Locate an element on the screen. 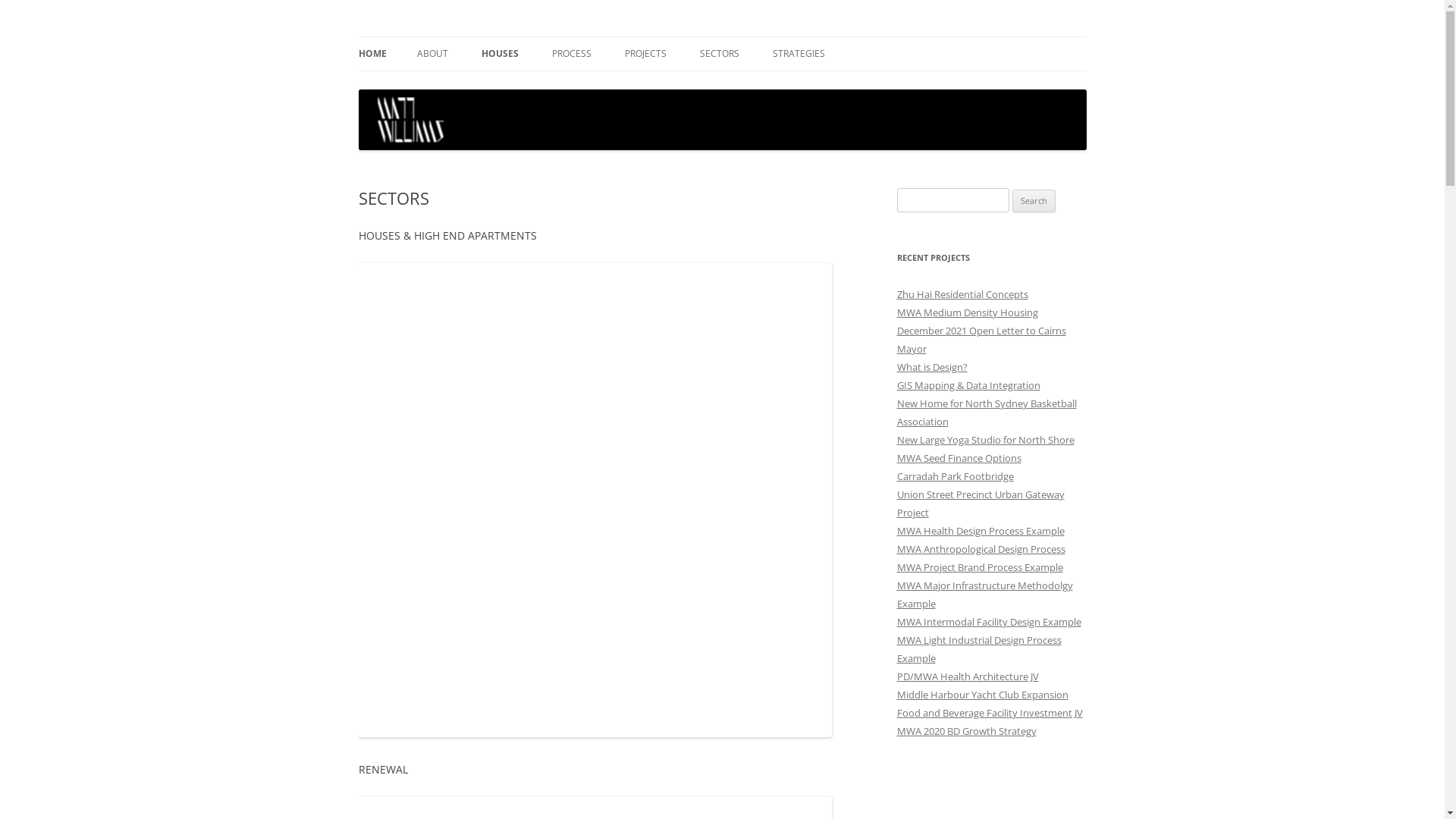 The height and width of the screenshot is (819, 1456). 'Zhu Hai Residential Concepts' is located at coordinates (896, 294).